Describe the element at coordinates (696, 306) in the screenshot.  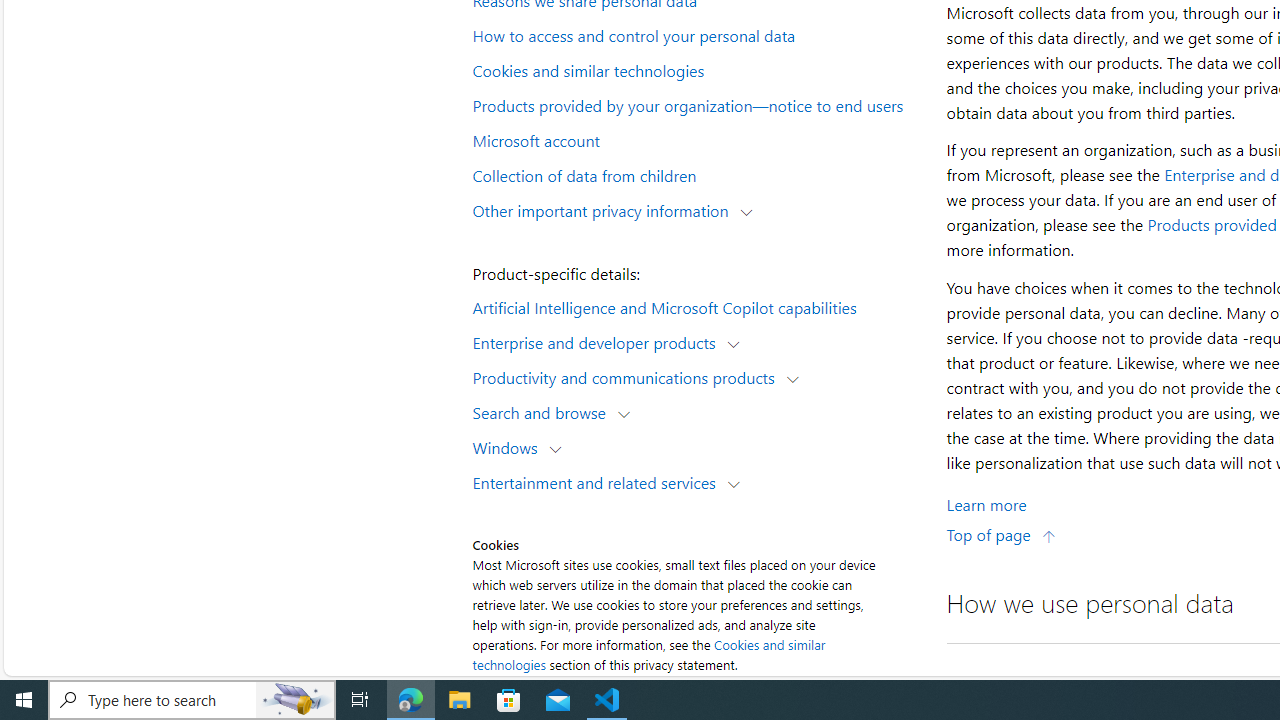
I see `'Artificial Intelligence and Microsoft Copilot capabilities'` at that location.